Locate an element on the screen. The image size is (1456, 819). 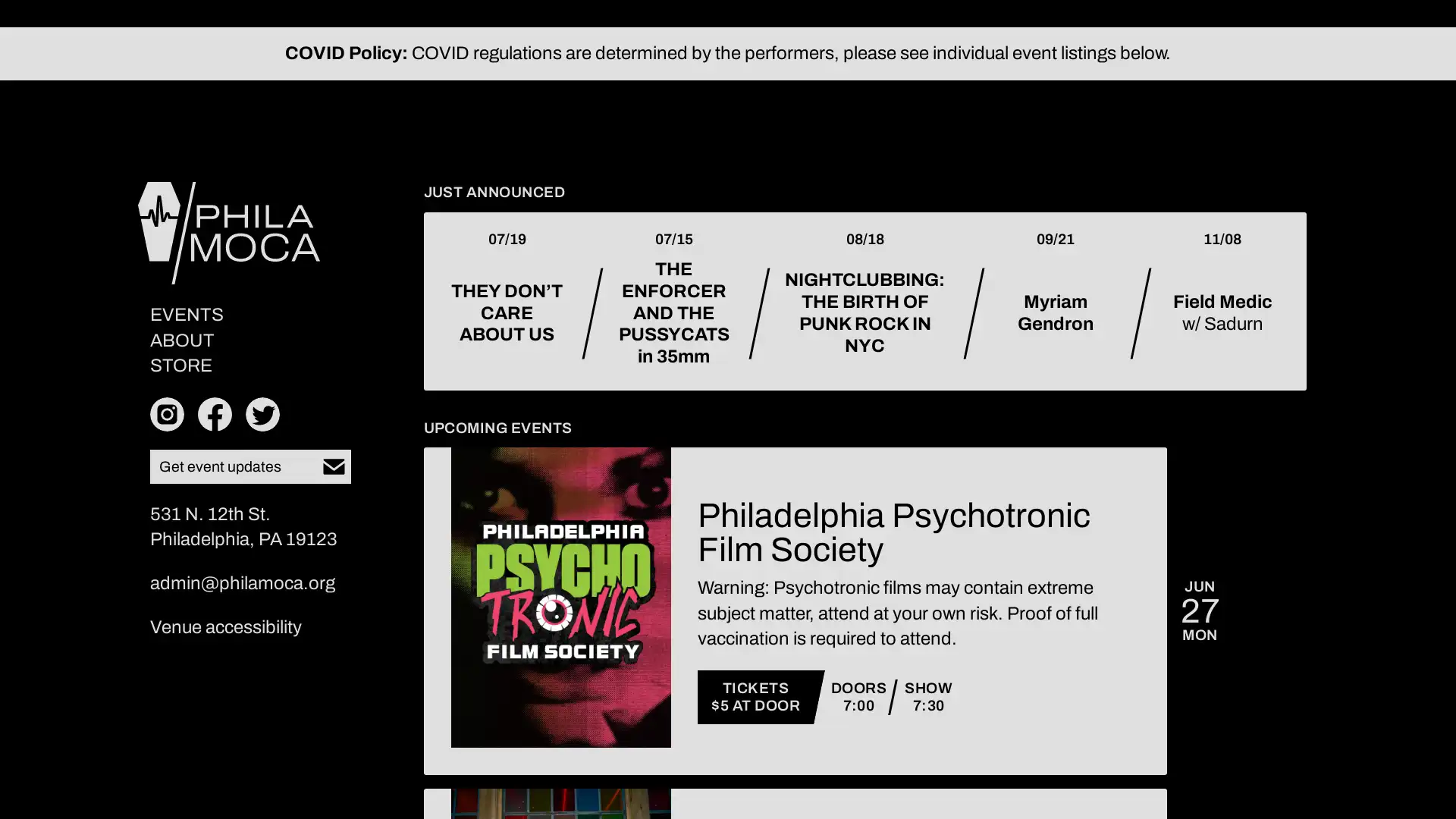
Subscribe to our newsletter is located at coordinates (332, 465).